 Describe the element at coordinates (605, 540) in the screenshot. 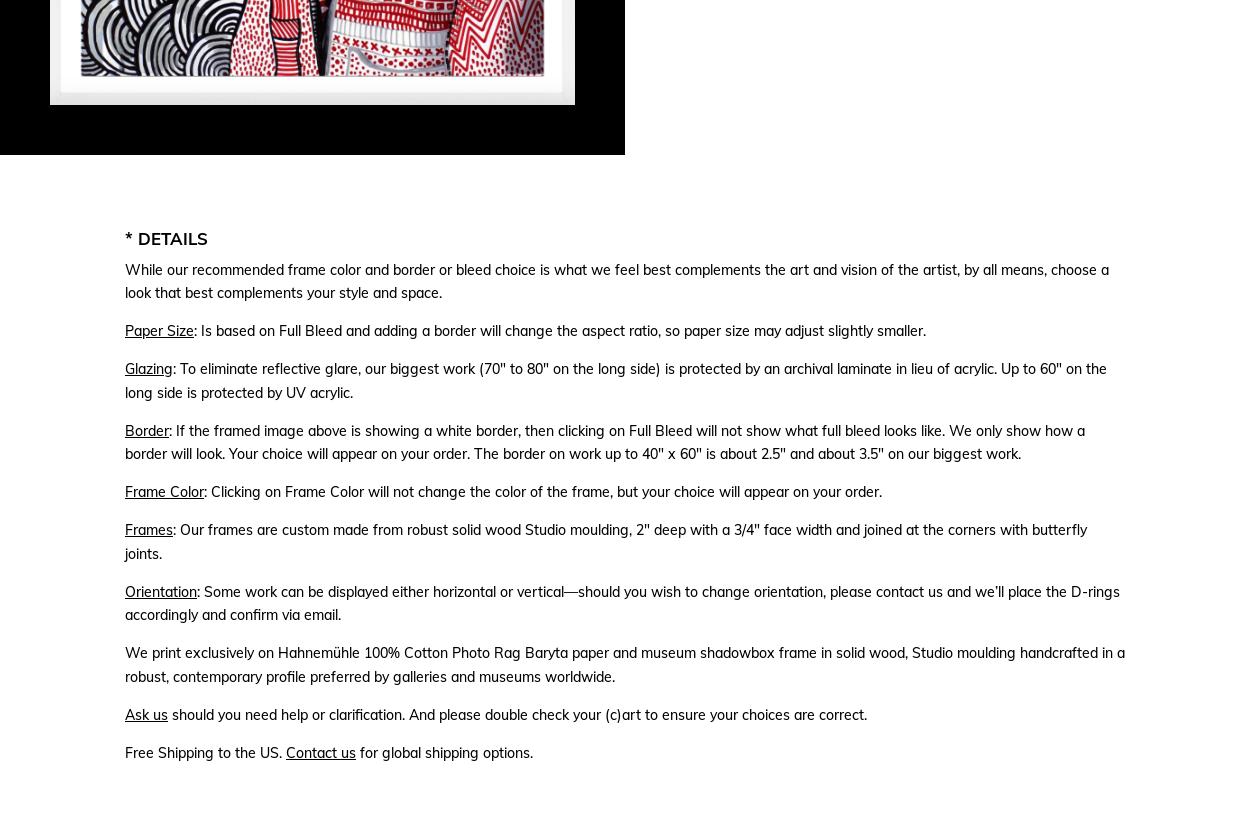

I see `': Our frames are custom made from robust solid wood Studio moulding, 2″ deep with a 3/4″ face width and joined at the corners with butterfly joints.'` at that location.